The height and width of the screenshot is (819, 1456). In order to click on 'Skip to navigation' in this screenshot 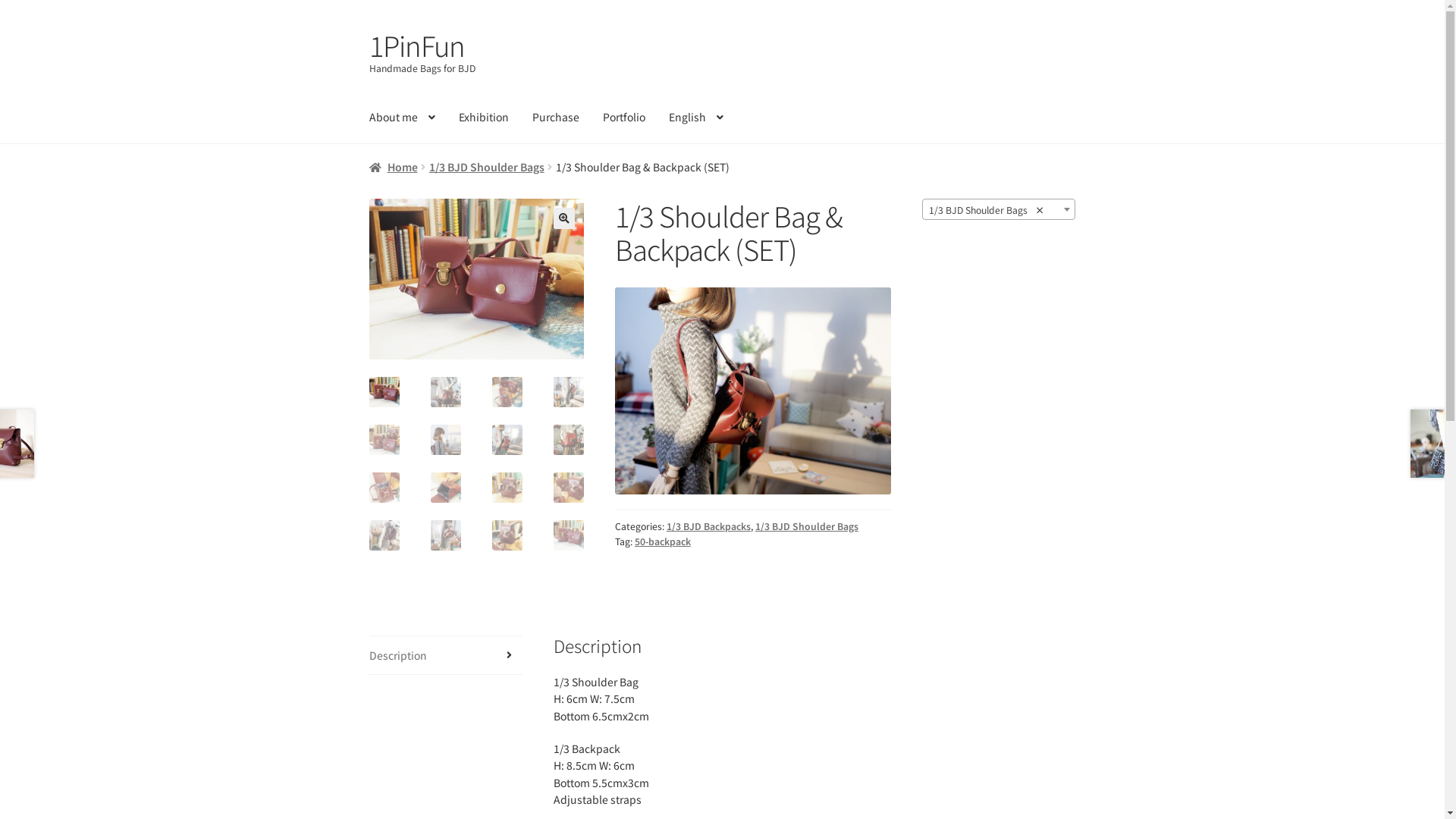, I will do `click(369, 27)`.